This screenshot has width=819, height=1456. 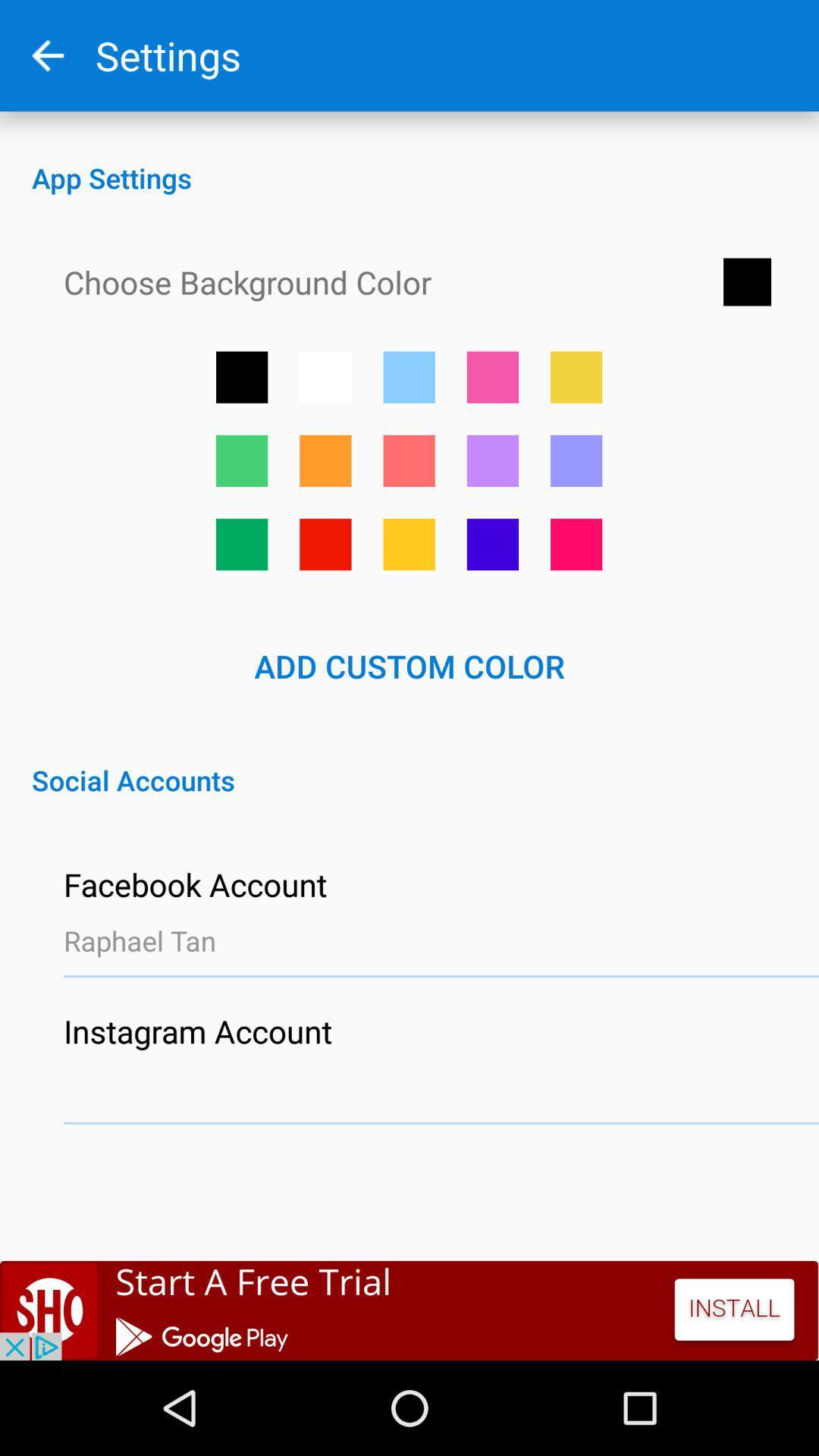 What do you see at coordinates (241, 377) in the screenshot?
I see `choose background color option` at bounding box center [241, 377].